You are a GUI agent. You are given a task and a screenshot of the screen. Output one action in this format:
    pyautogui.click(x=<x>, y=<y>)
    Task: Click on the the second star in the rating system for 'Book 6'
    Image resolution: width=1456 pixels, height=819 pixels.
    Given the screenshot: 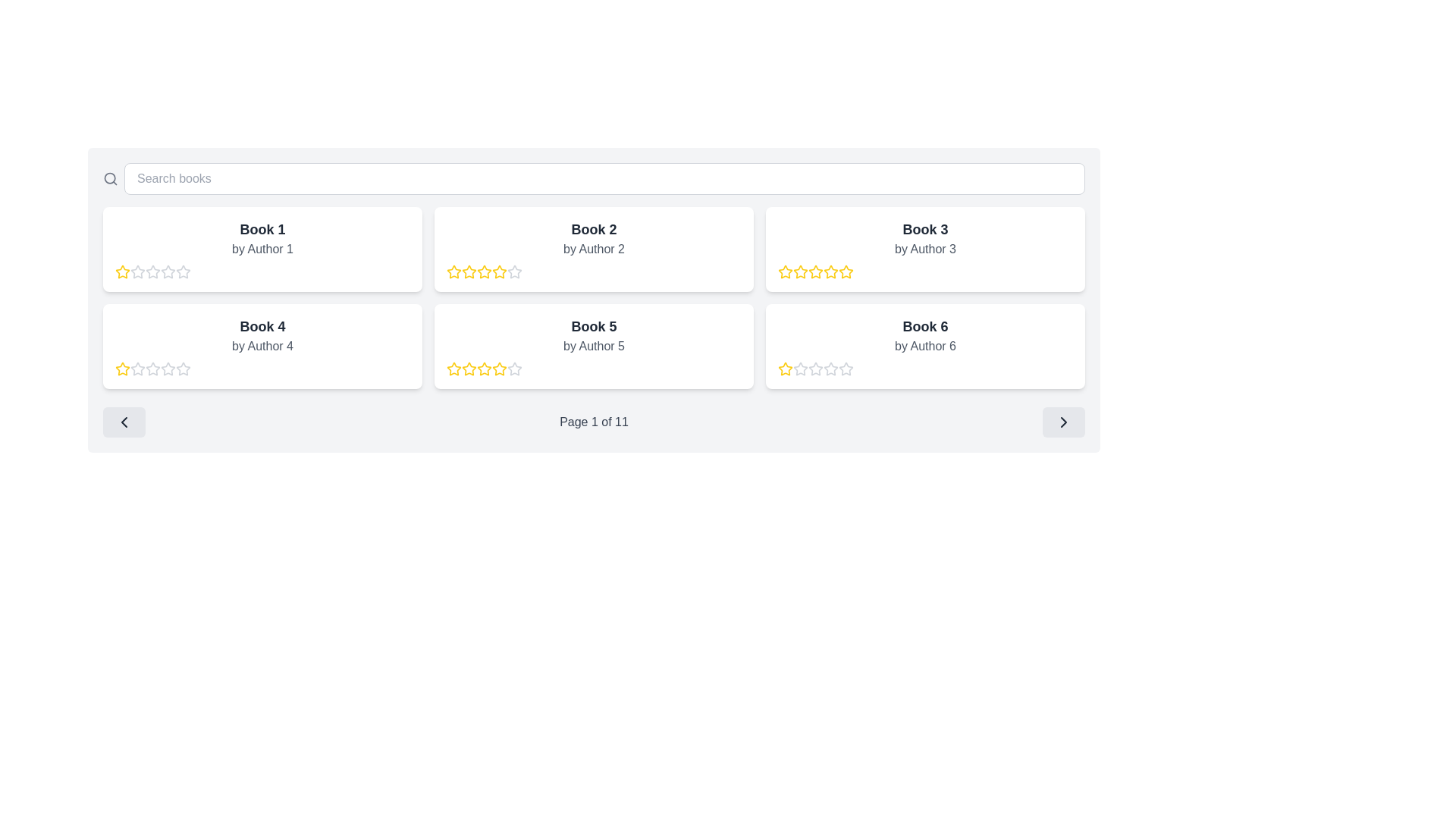 What is the action you would take?
    pyautogui.click(x=800, y=369)
    